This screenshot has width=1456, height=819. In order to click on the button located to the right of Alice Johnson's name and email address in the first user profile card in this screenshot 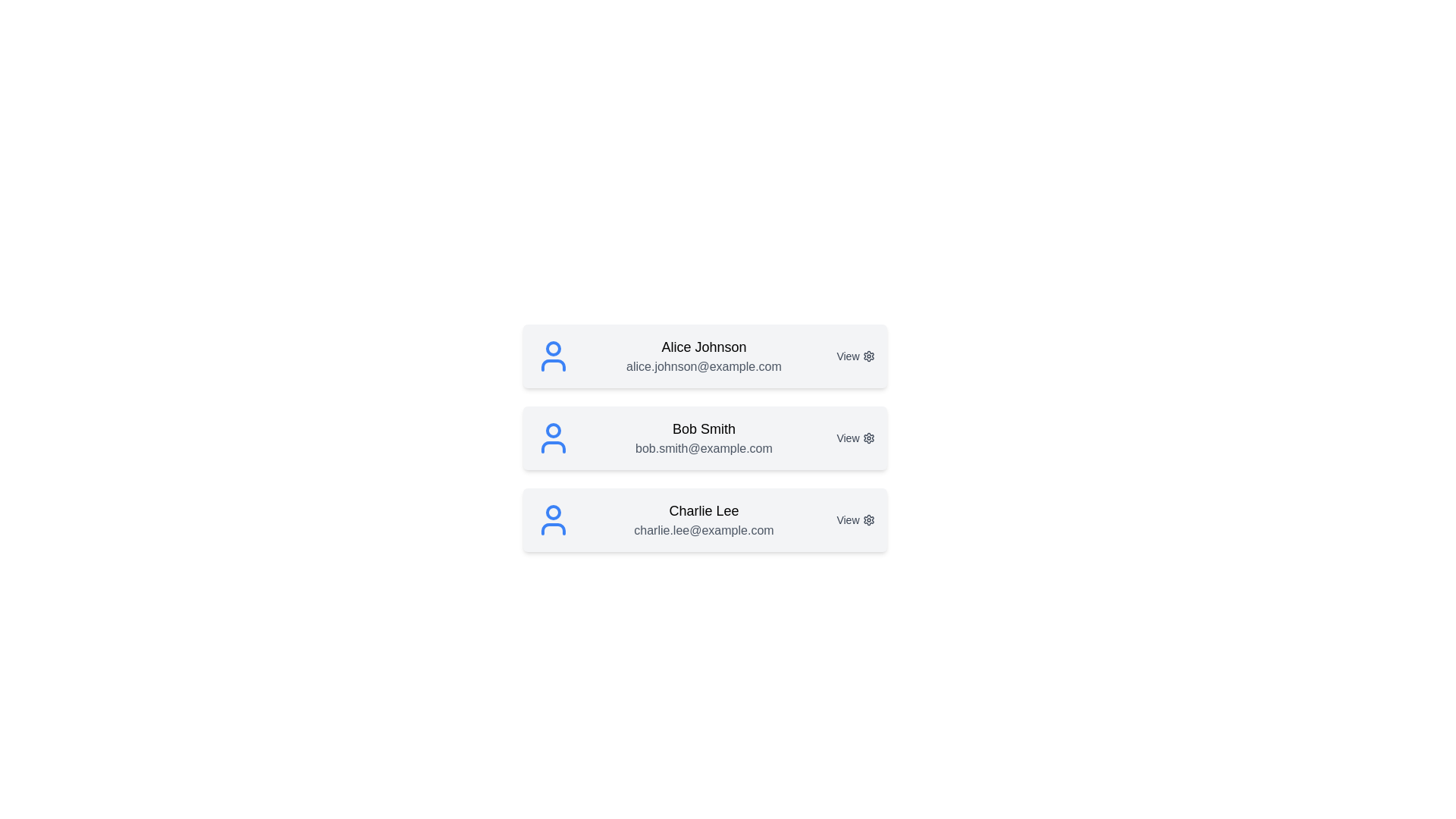, I will do `click(855, 356)`.